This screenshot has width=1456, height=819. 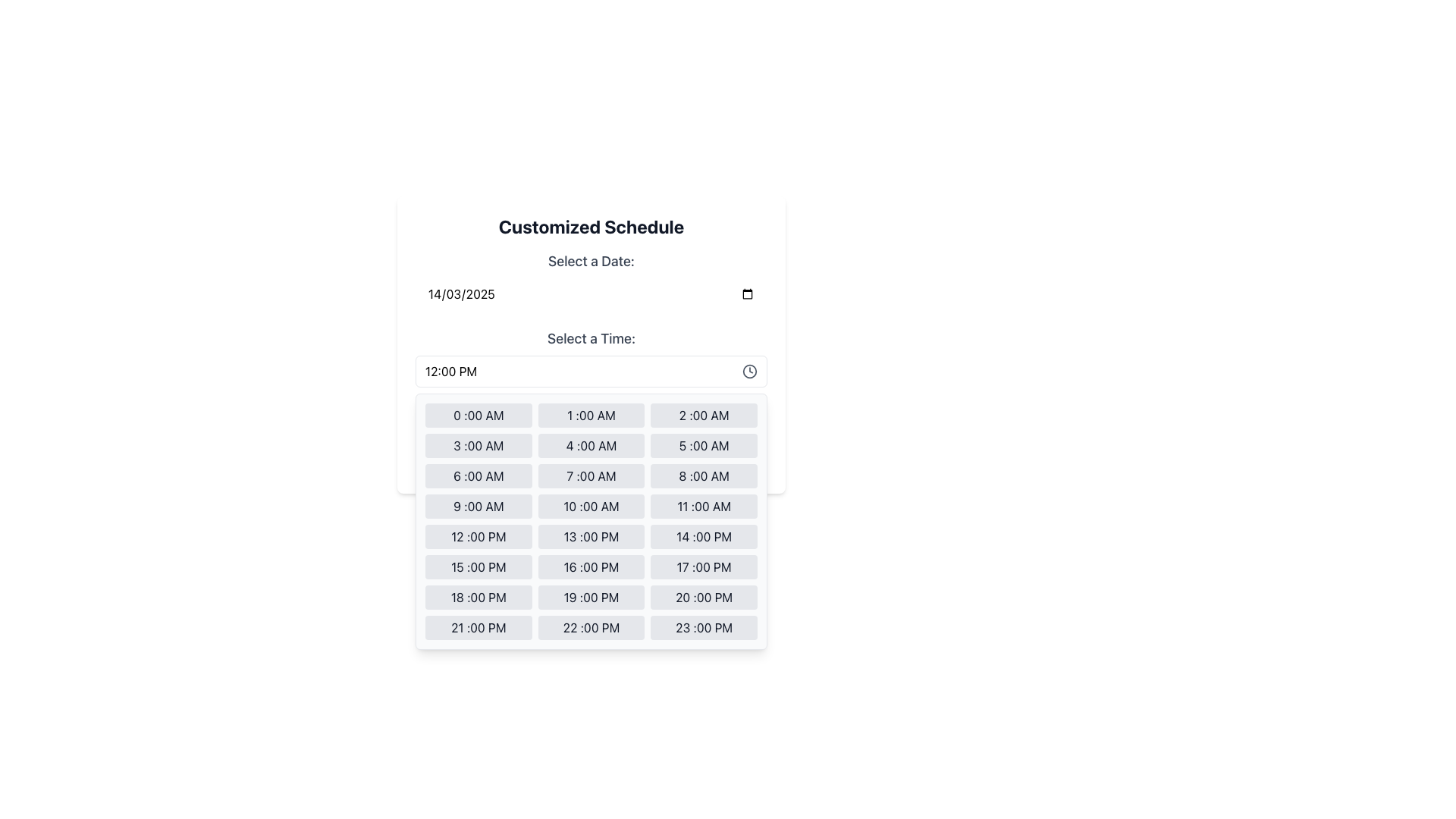 What do you see at coordinates (590, 260) in the screenshot?
I see `the text label element that displays 'Select a Date:', which is positioned at the top-left of the date and time selection form` at bounding box center [590, 260].